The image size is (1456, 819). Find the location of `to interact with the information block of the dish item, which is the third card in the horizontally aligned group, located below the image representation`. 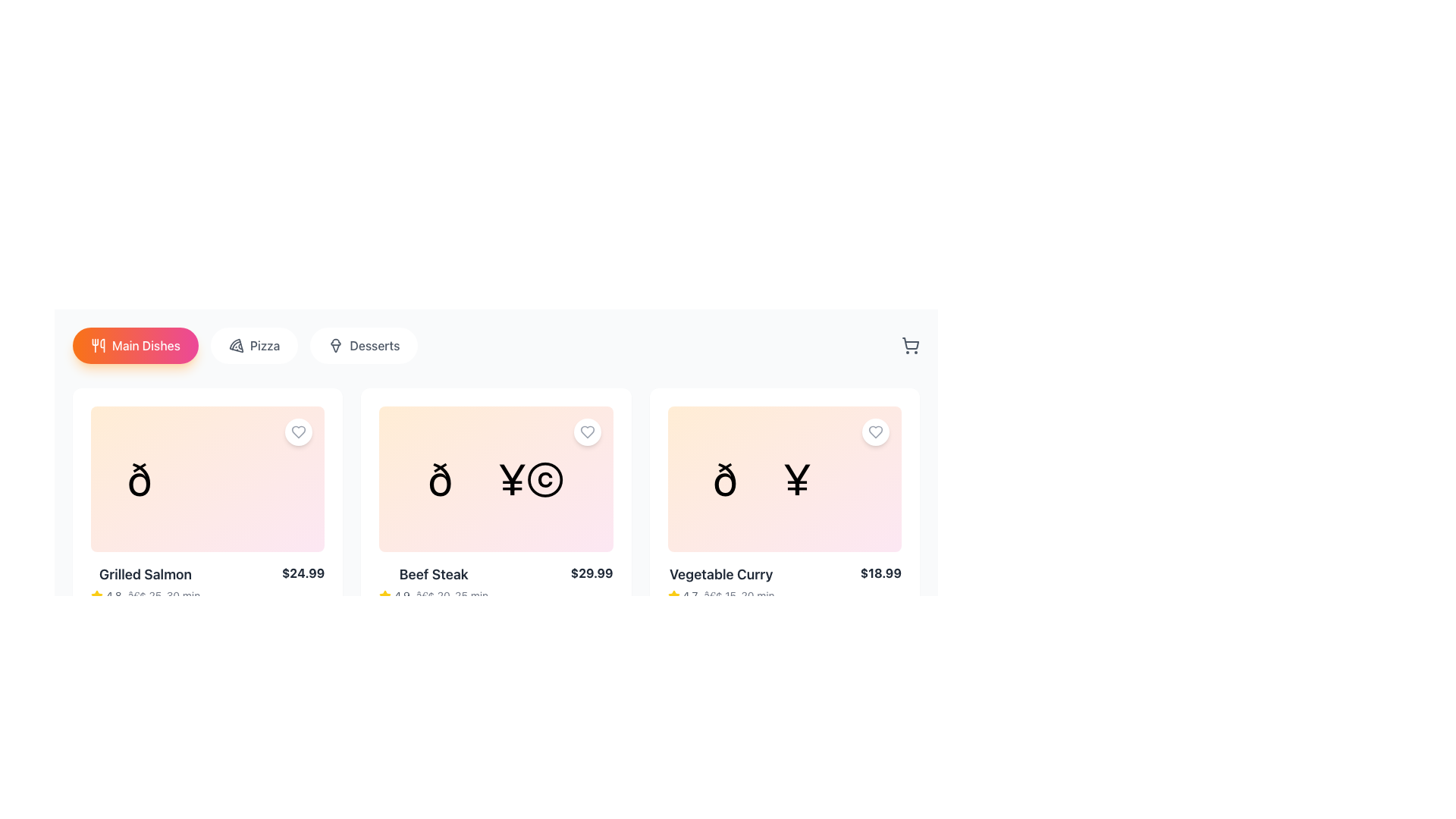

to interact with the information block of the dish item, which is the third card in the horizontally aligned group, located below the image representation is located at coordinates (783, 583).